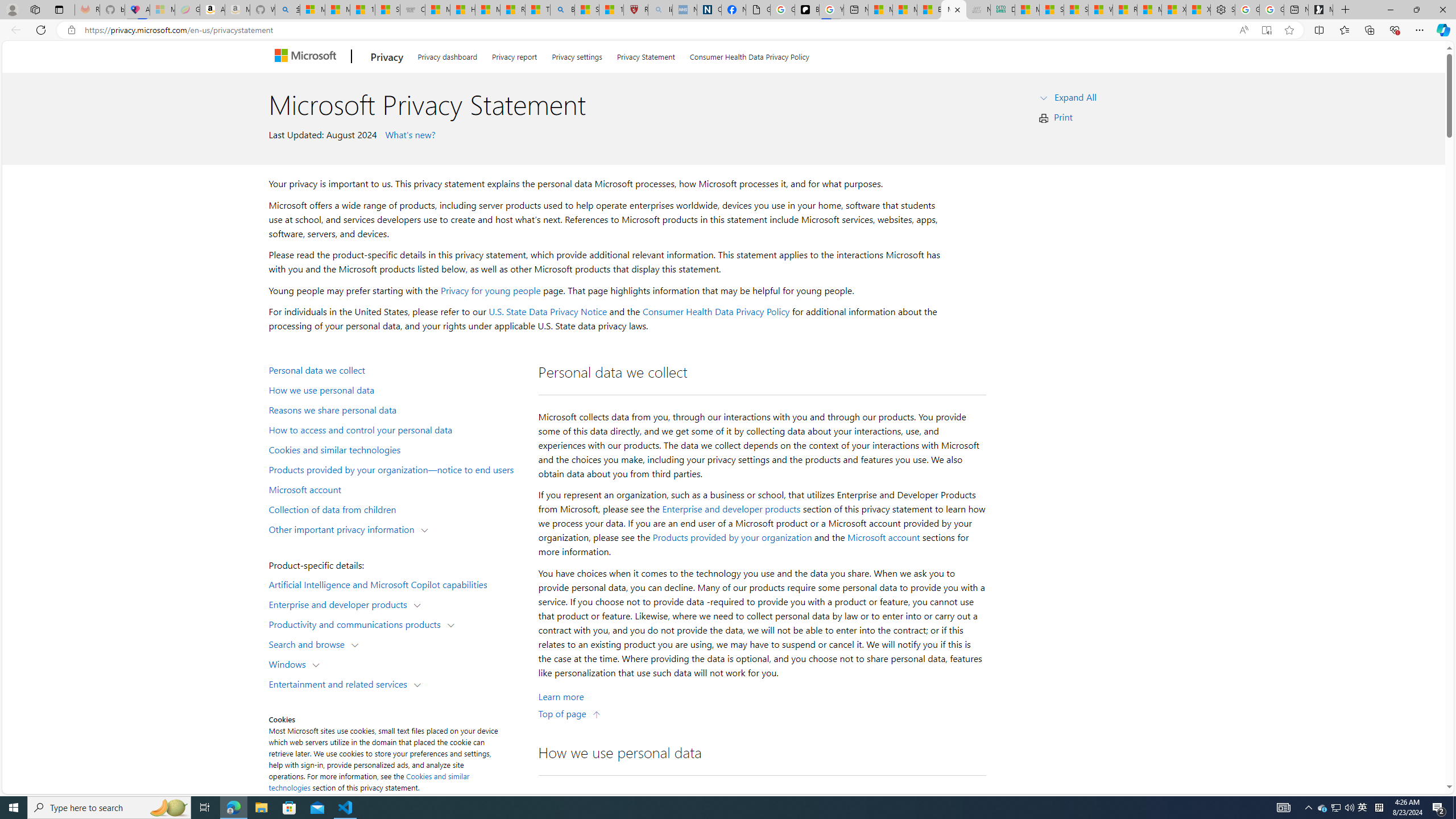 Image resolution: width=1456 pixels, height=819 pixels. Describe the element at coordinates (341, 682) in the screenshot. I see `'Entertainment and related services'` at that location.